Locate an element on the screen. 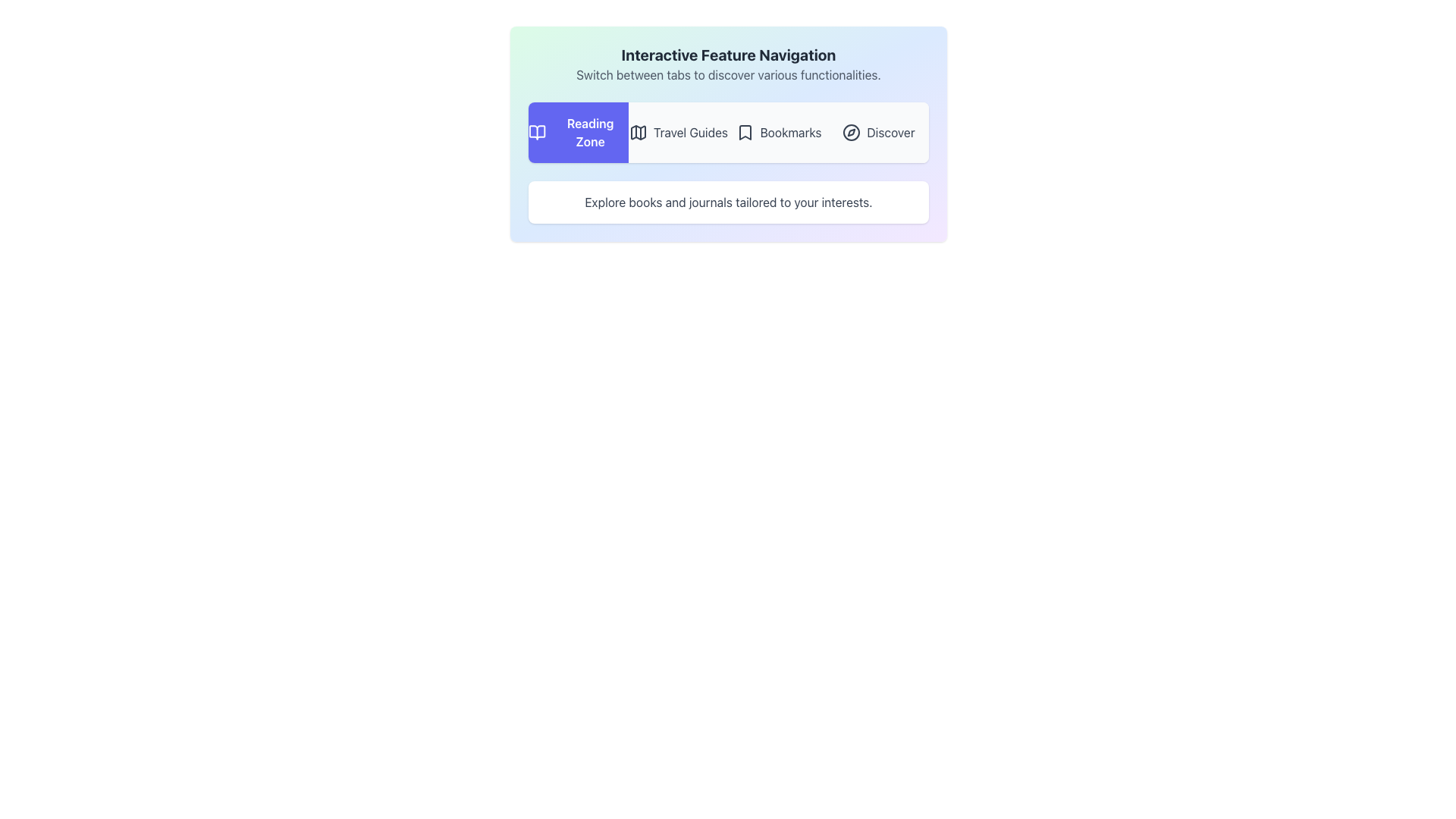 The height and width of the screenshot is (819, 1456). the 'Discover' button, which is a rectangular tab with a white background and gray text is located at coordinates (878, 131).